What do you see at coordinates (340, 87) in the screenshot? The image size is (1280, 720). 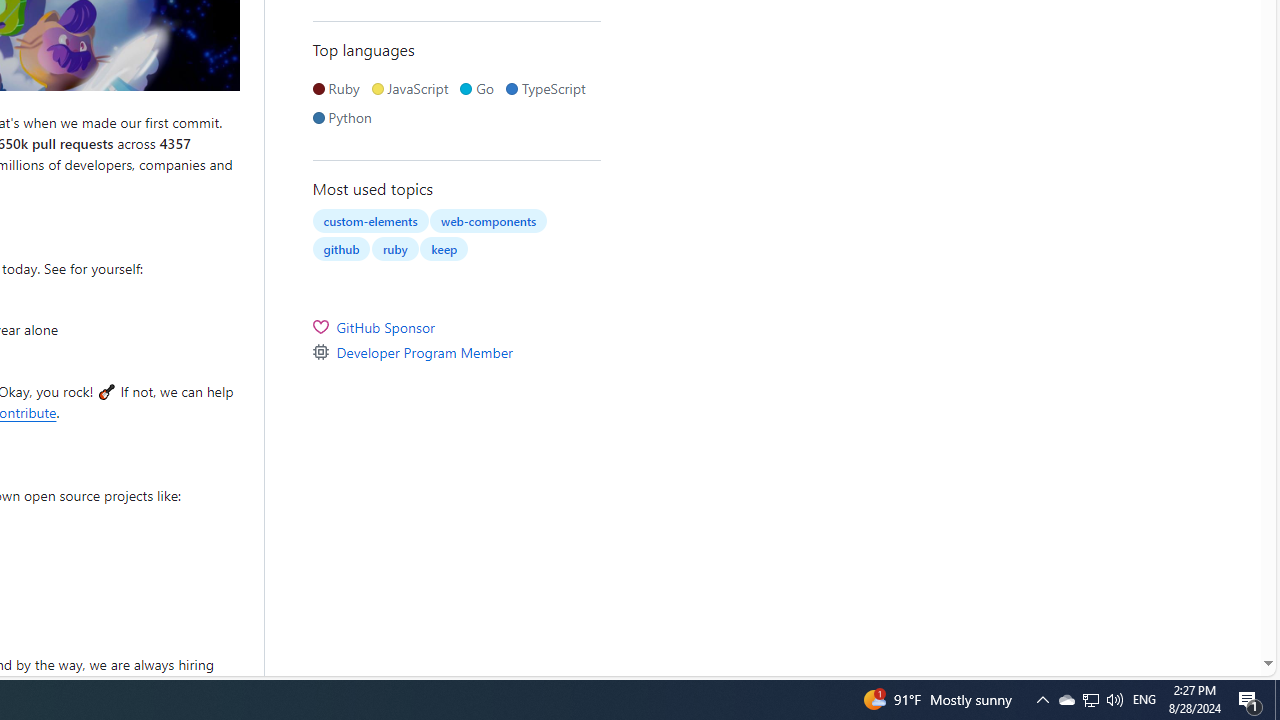 I see `'Ruby'` at bounding box center [340, 87].